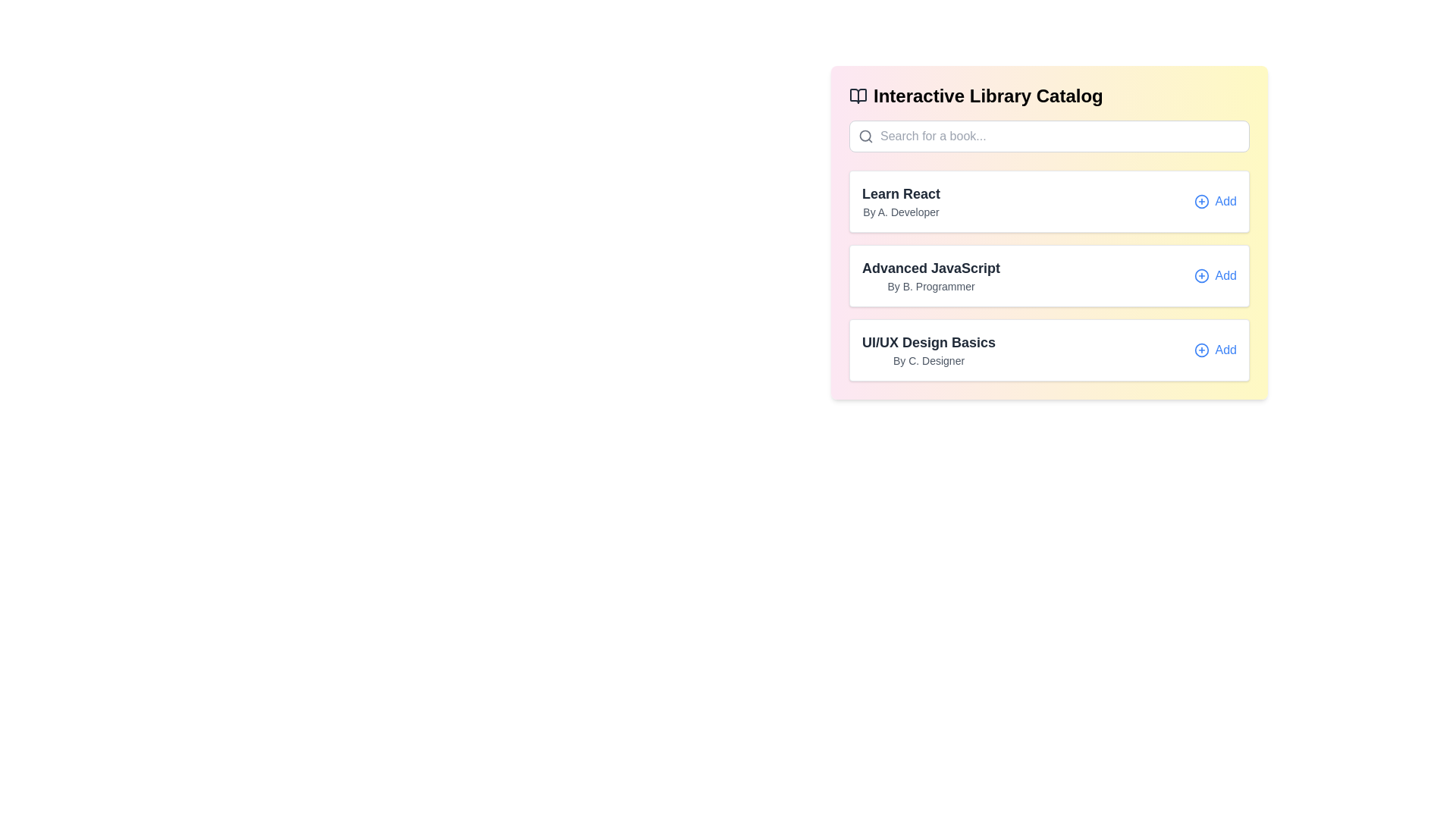 The width and height of the screenshot is (1456, 819). What do you see at coordinates (858, 96) in the screenshot?
I see `the open book icon located at the left side of the 'Interactive Library Catalog' header, which features symmetrical book covers and a central spine line in a grayscale line-drawn style` at bounding box center [858, 96].